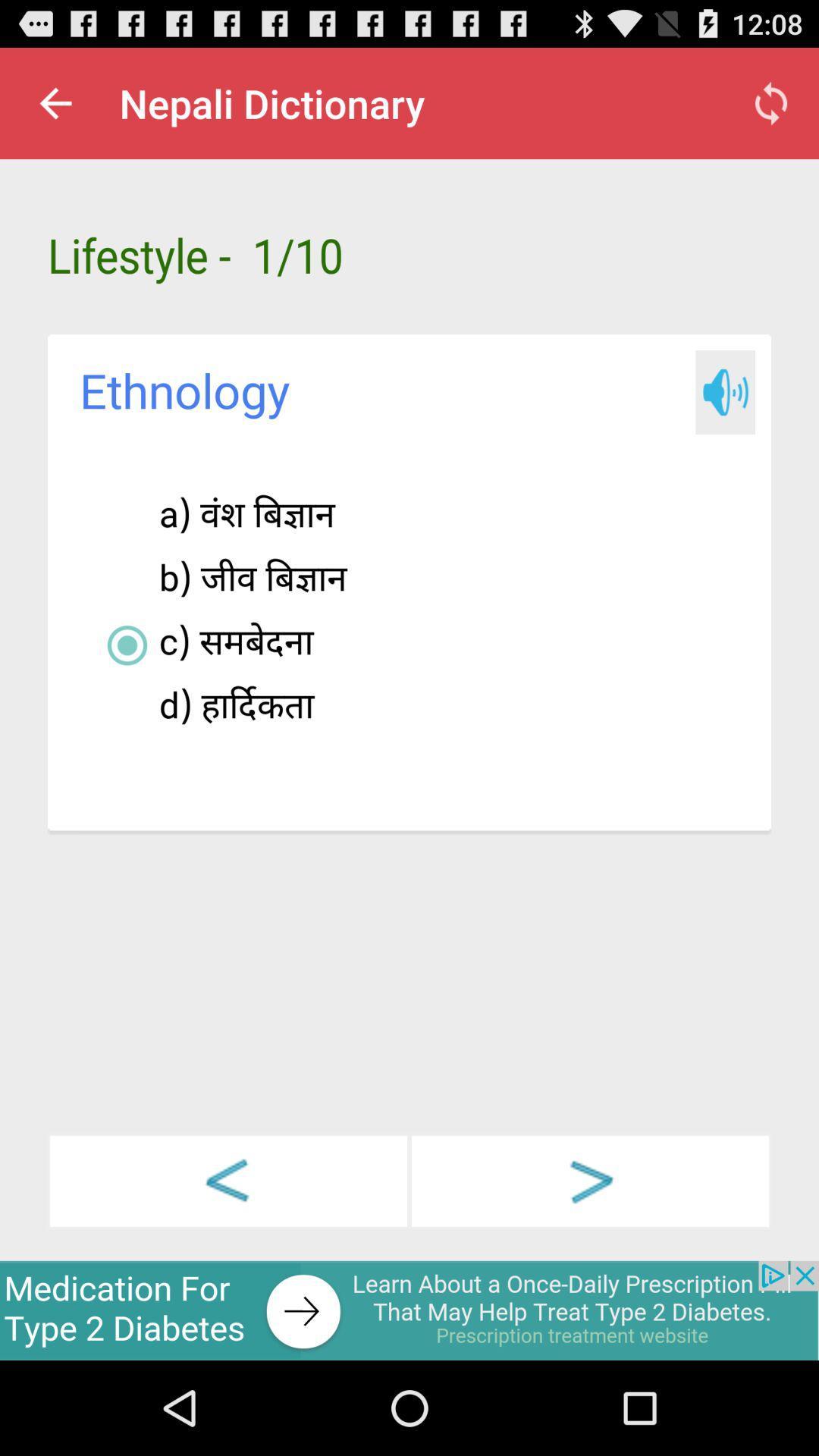 This screenshot has height=1456, width=819. What do you see at coordinates (228, 1264) in the screenshot?
I see `the arrow_backward icon` at bounding box center [228, 1264].